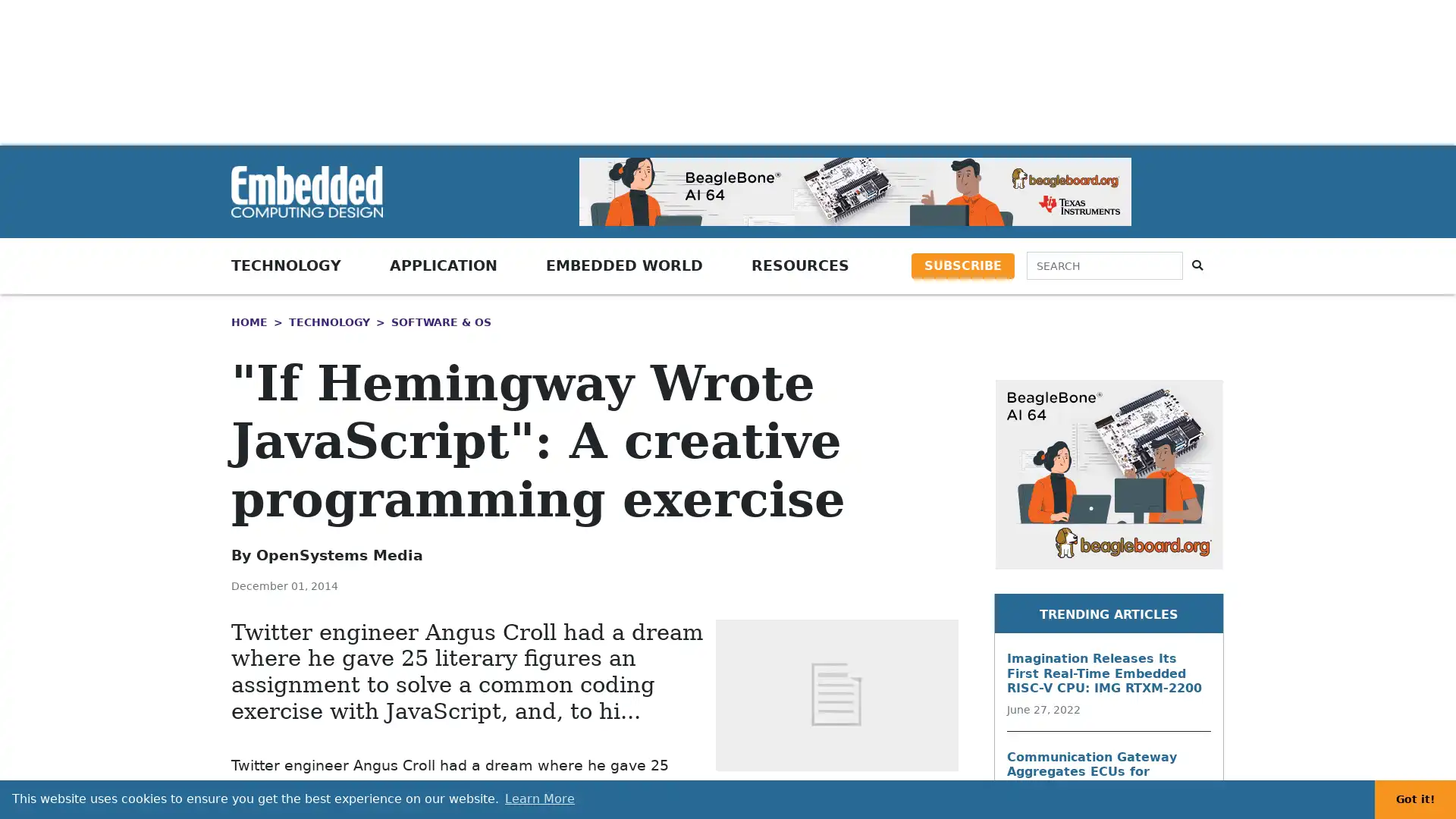 This screenshot has width=1456, height=819. I want to click on Share to Twitter Twitter, so click(354, 564).